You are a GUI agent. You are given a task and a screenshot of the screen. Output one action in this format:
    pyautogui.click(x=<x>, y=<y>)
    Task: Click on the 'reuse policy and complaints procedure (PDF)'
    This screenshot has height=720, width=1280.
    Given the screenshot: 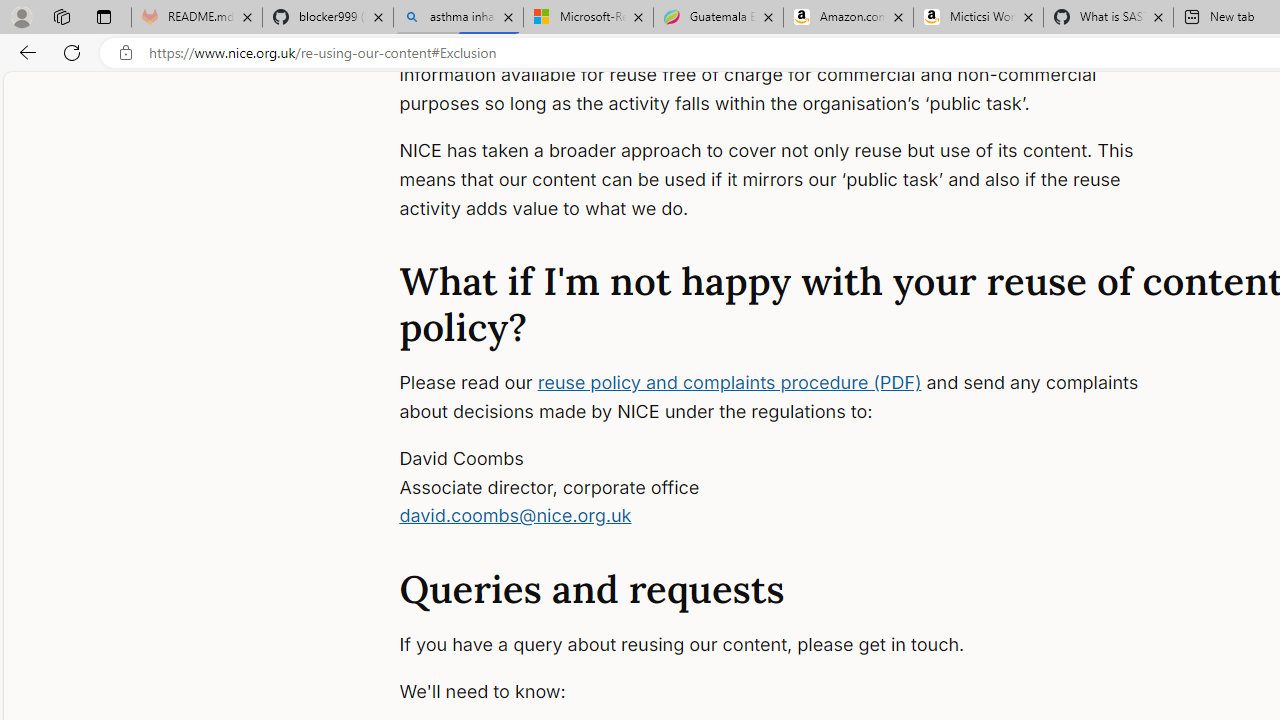 What is the action you would take?
    pyautogui.click(x=728, y=383)
    